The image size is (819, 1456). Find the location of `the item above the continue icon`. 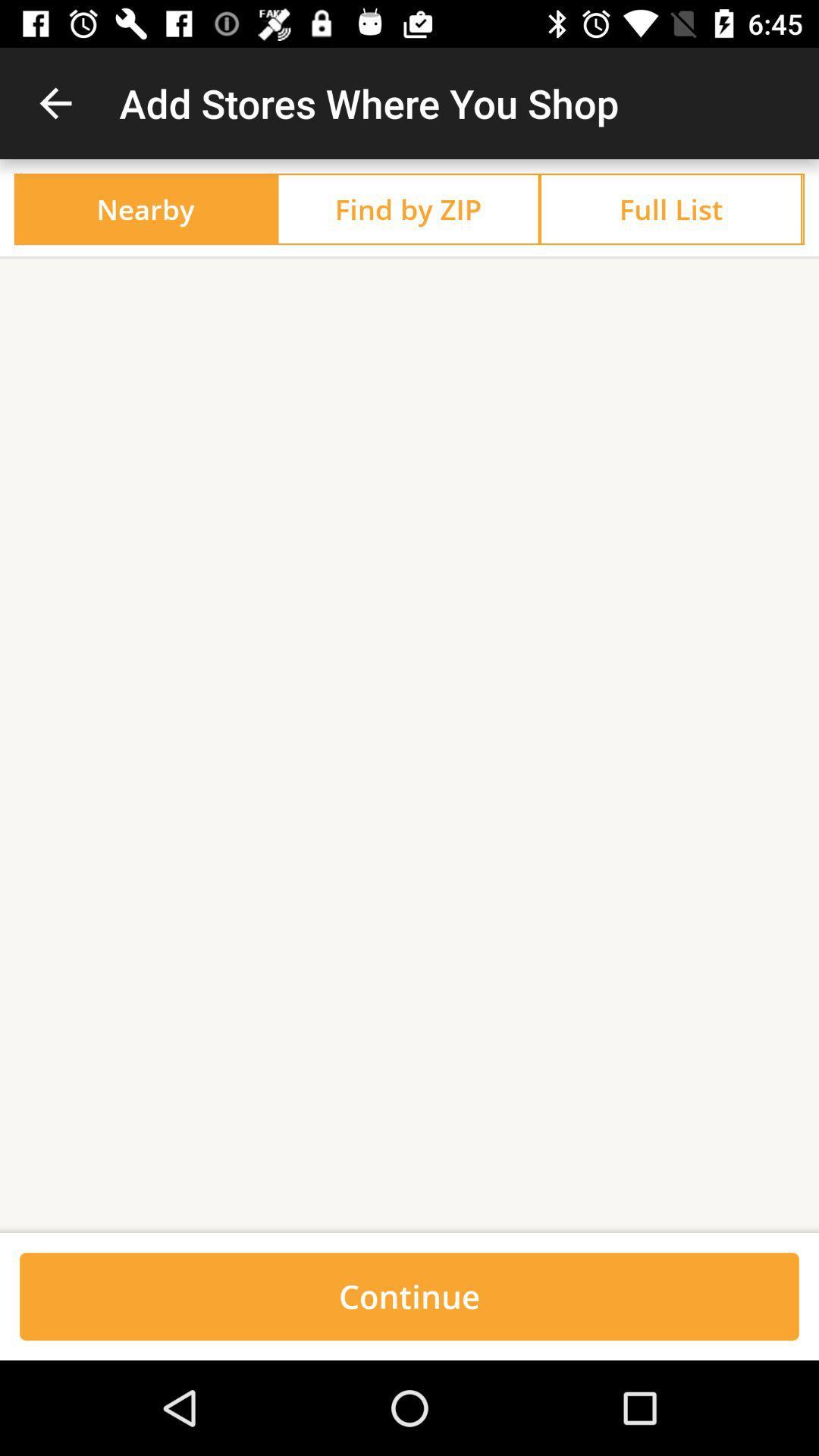

the item above the continue icon is located at coordinates (409, 1227).